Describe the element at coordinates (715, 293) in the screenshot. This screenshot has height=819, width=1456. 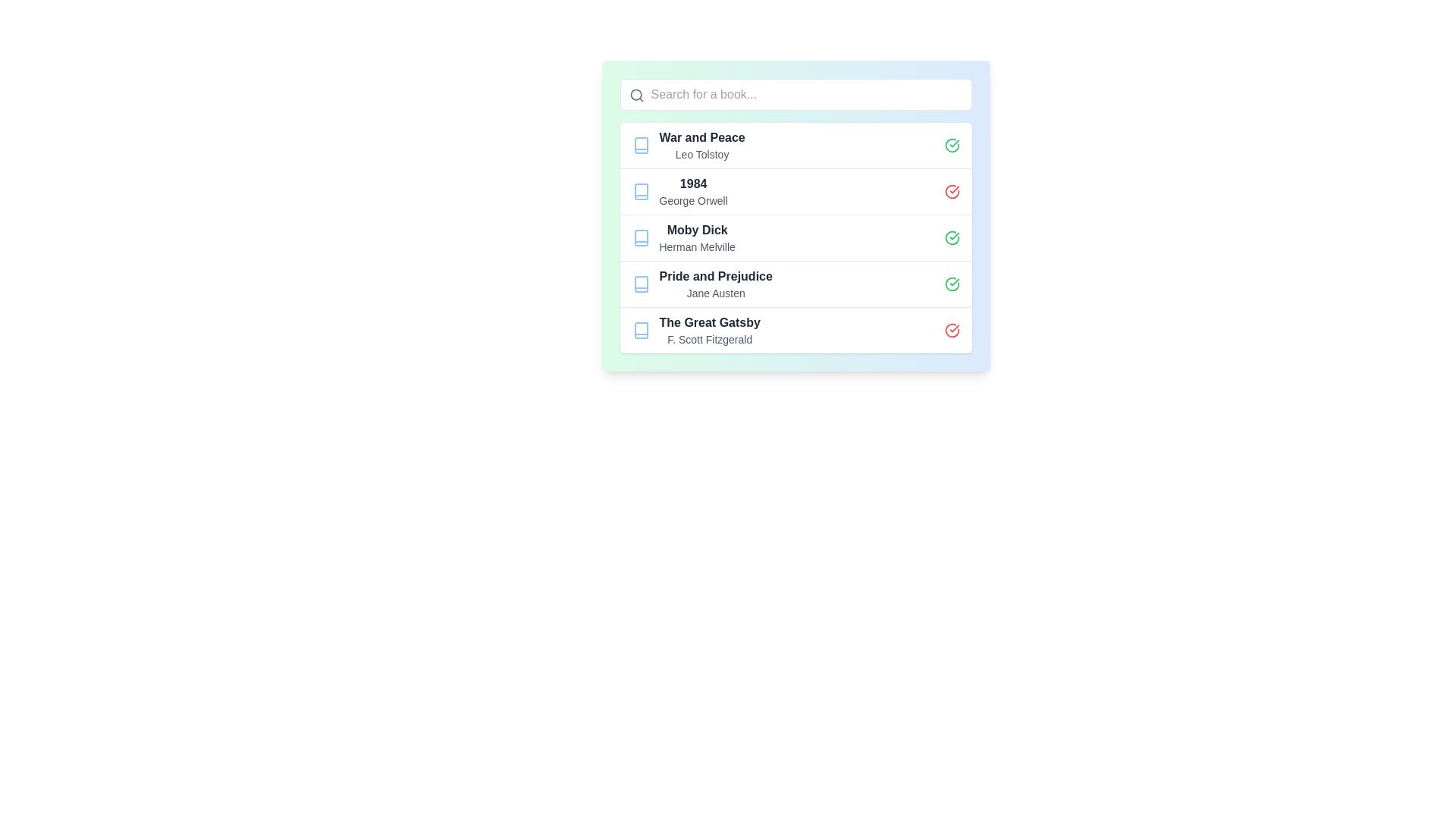
I see `the text element displaying the name 'Jane Austen', which is located below the title 'Pride and Prejudice'` at that location.